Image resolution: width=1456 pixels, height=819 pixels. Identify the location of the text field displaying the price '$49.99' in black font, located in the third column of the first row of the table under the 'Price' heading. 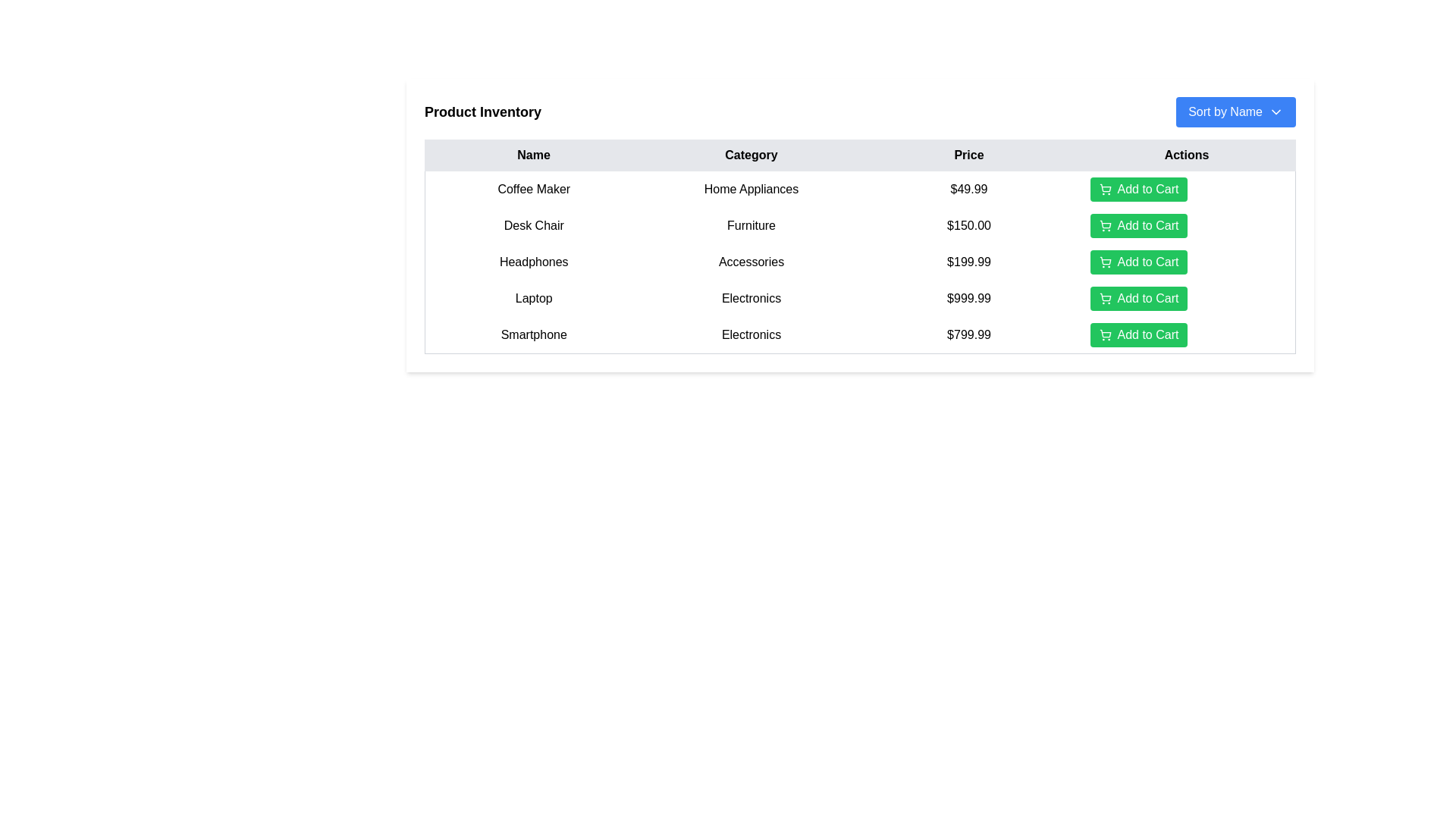
(968, 188).